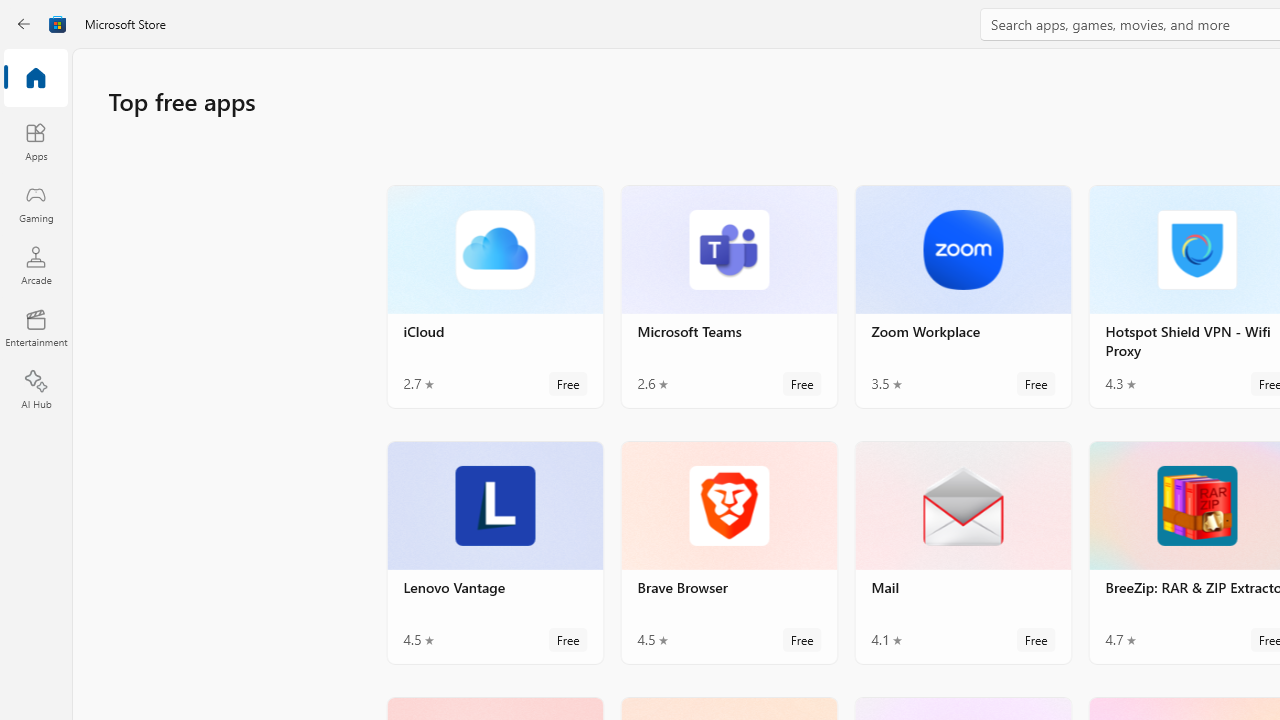  Describe the element at coordinates (35, 203) in the screenshot. I see `'Gaming'` at that location.